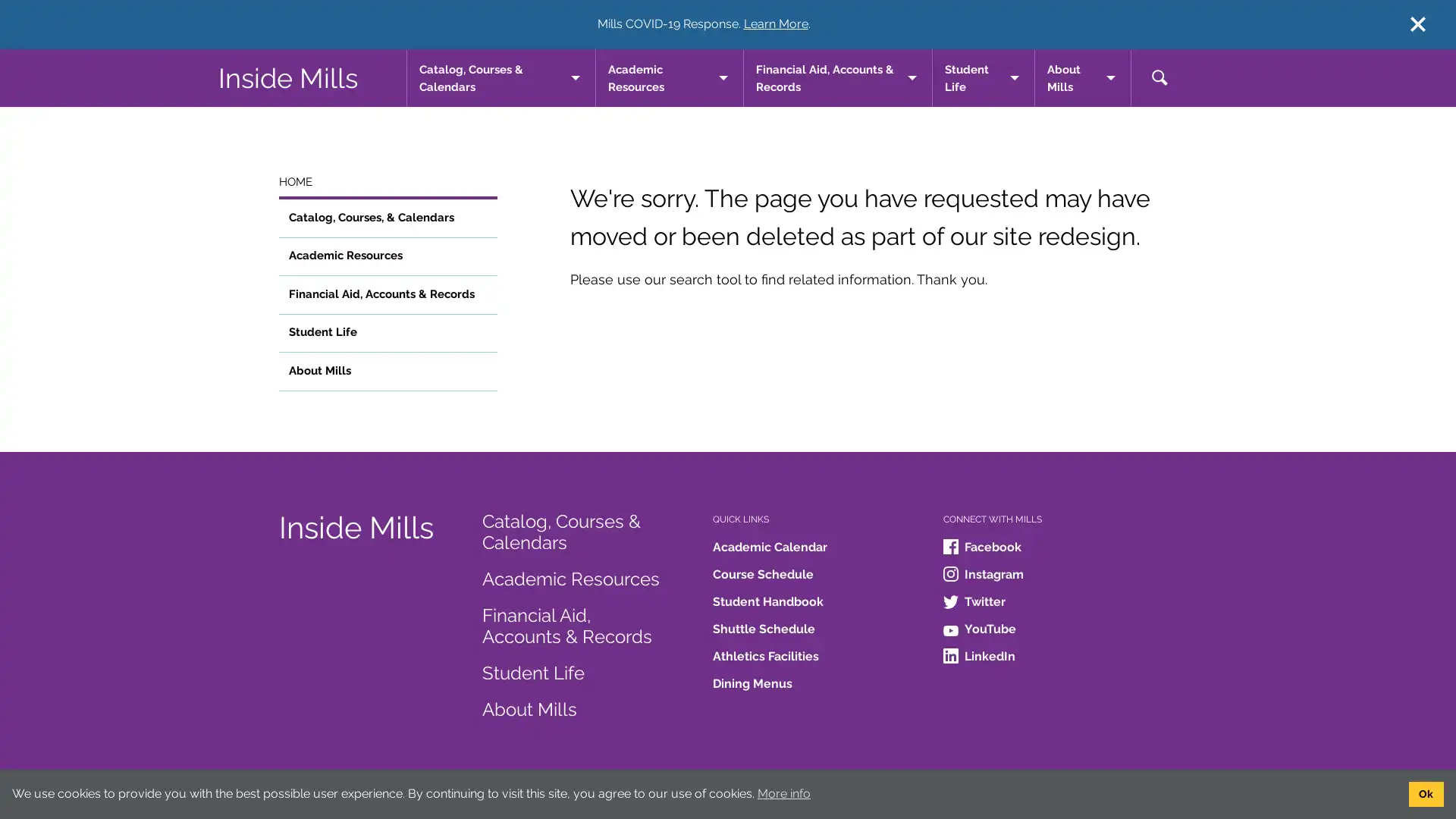 This screenshot has height=819, width=1456. I want to click on toggle search, so click(1159, 77).